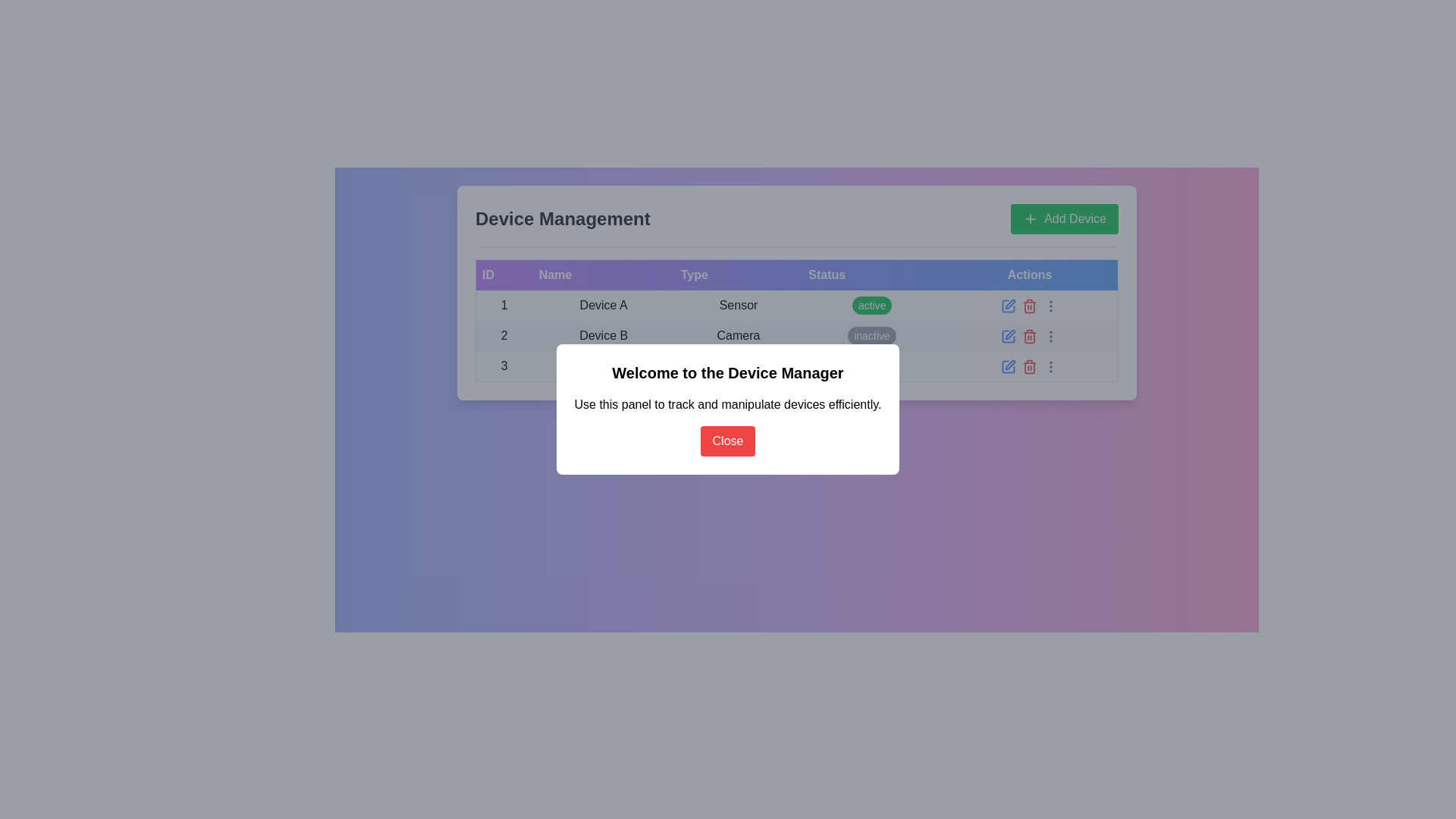 The height and width of the screenshot is (819, 1456). Describe the element at coordinates (504, 335) in the screenshot. I see `the text label displaying the number '2' in the 'ID' column of the Device Management table` at that location.